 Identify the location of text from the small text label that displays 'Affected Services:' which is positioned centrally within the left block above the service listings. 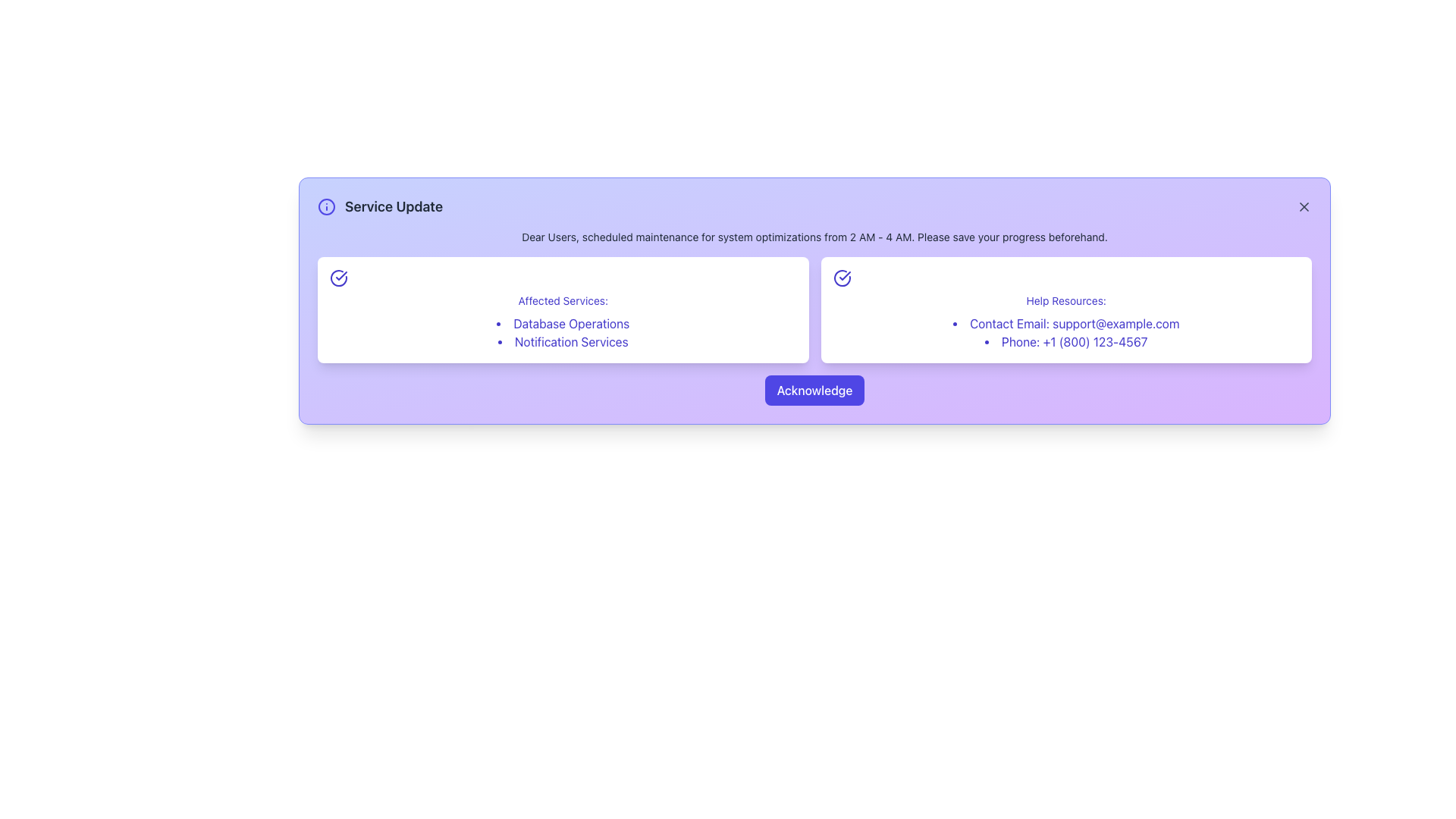
(562, 301).